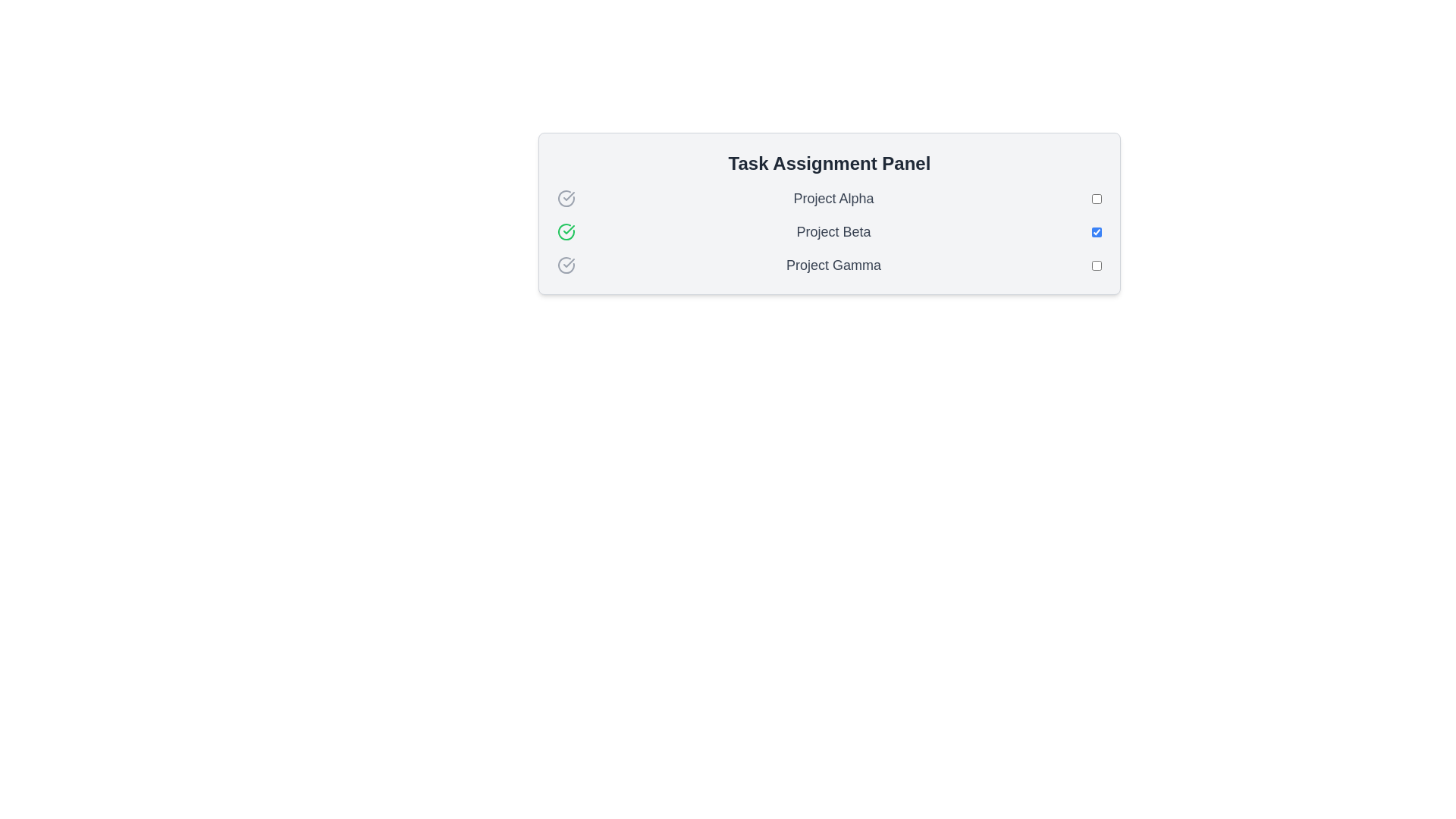 The image size is (1456, 819). What do you see at coordinates (1097, 231) in the screenshot?
I see `the standard blue-accented checkbox positioned to the right of the 'Project Beta' label` at bounding box center [1097, 231].